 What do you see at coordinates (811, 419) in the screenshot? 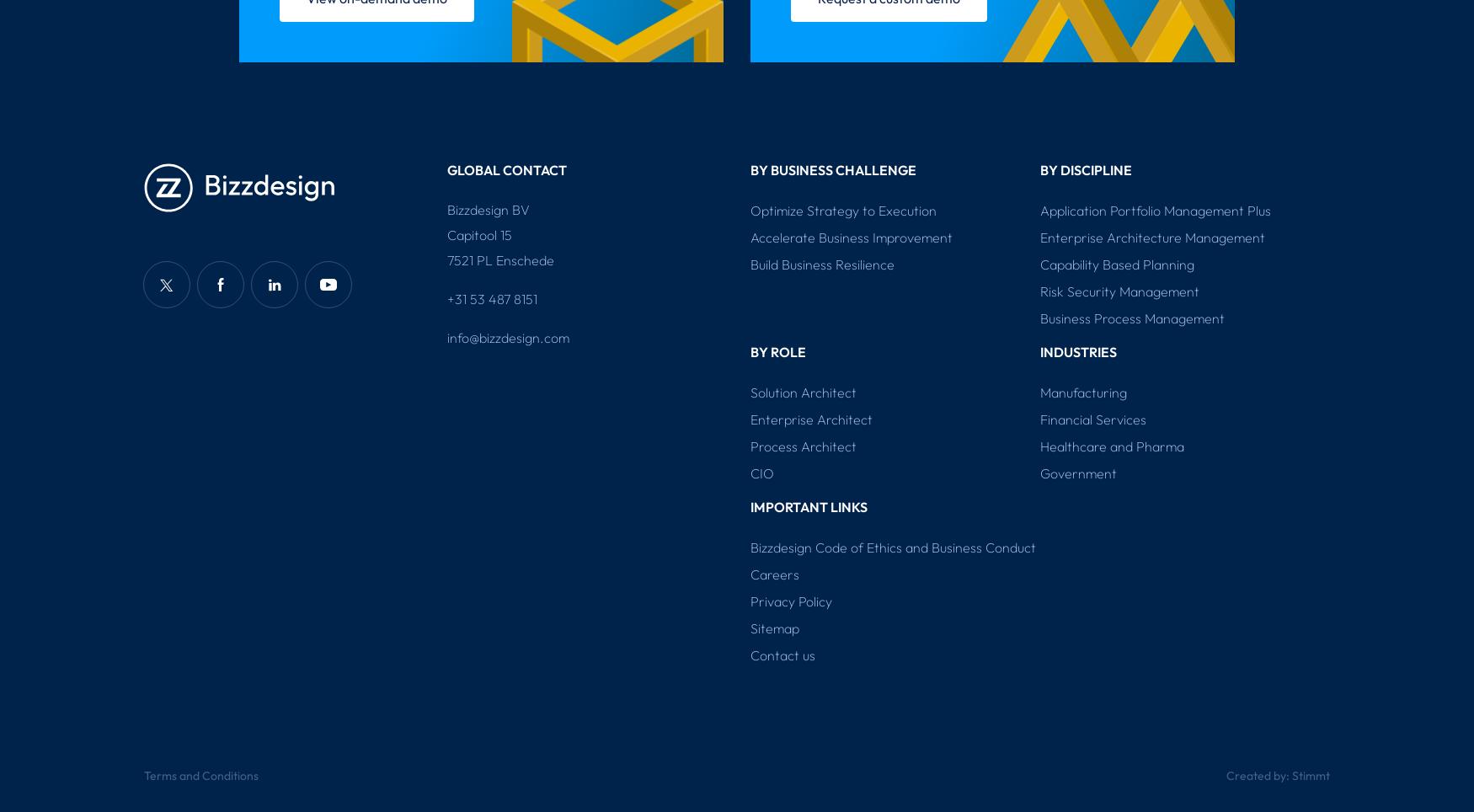
I see `'Enterprise Architect'` at bounding box center [811, 419].